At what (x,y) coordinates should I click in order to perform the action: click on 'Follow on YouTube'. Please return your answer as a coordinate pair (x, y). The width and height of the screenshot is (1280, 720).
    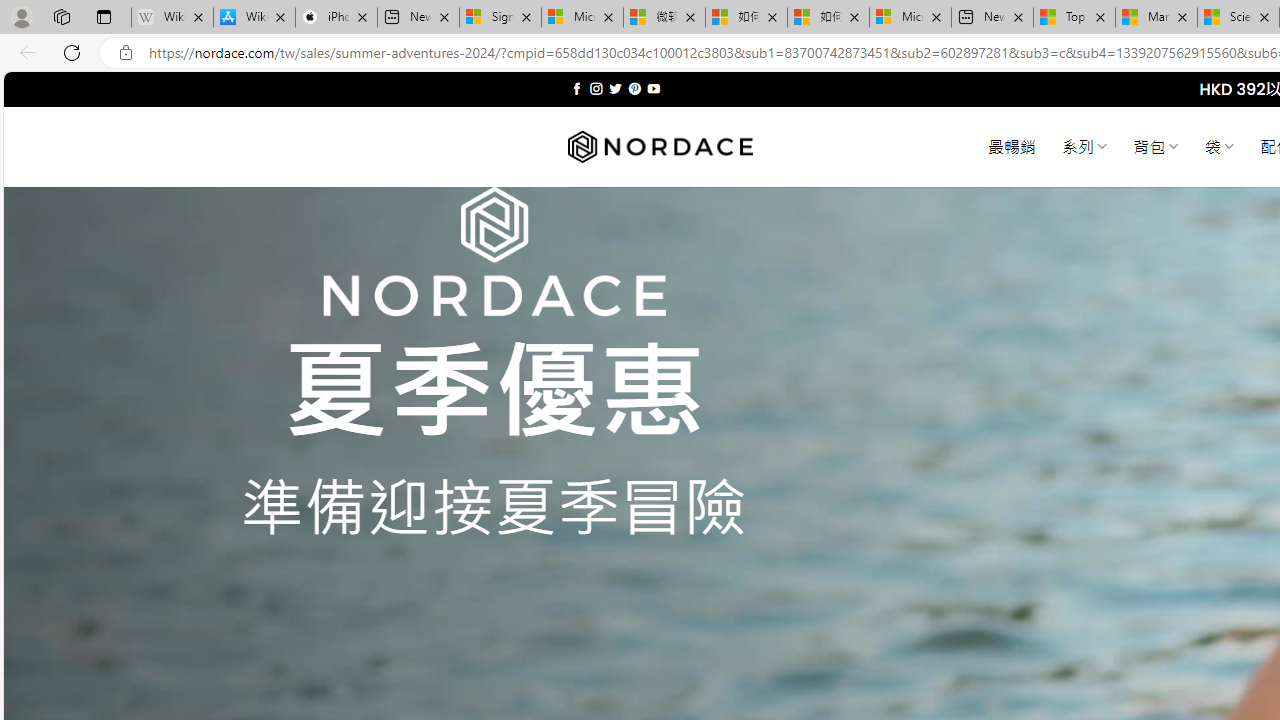
    Looking at the image, I should click on (653, 88).